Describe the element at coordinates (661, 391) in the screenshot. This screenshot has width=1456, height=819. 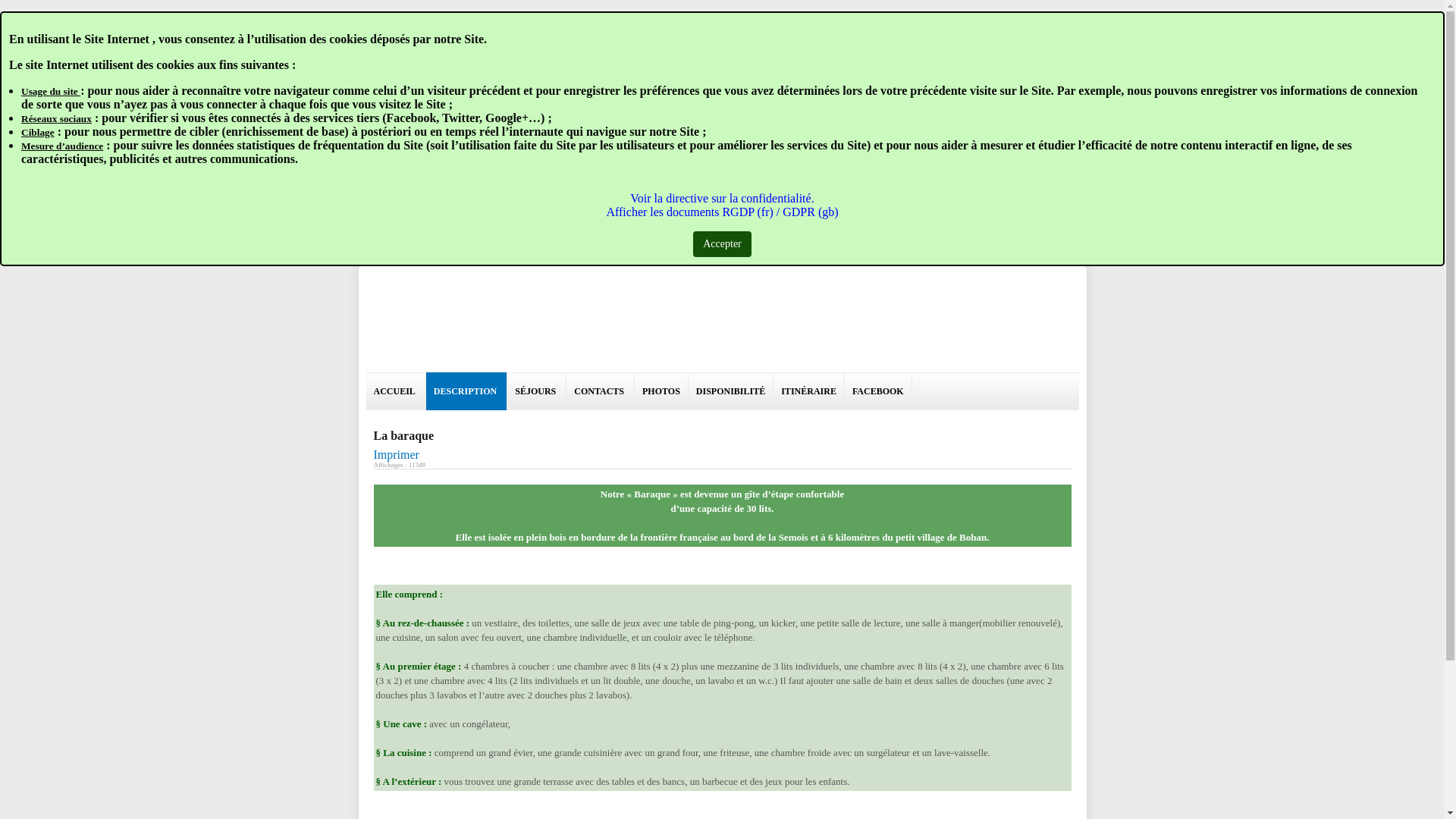
I see `'PHOTOS'` at that location.